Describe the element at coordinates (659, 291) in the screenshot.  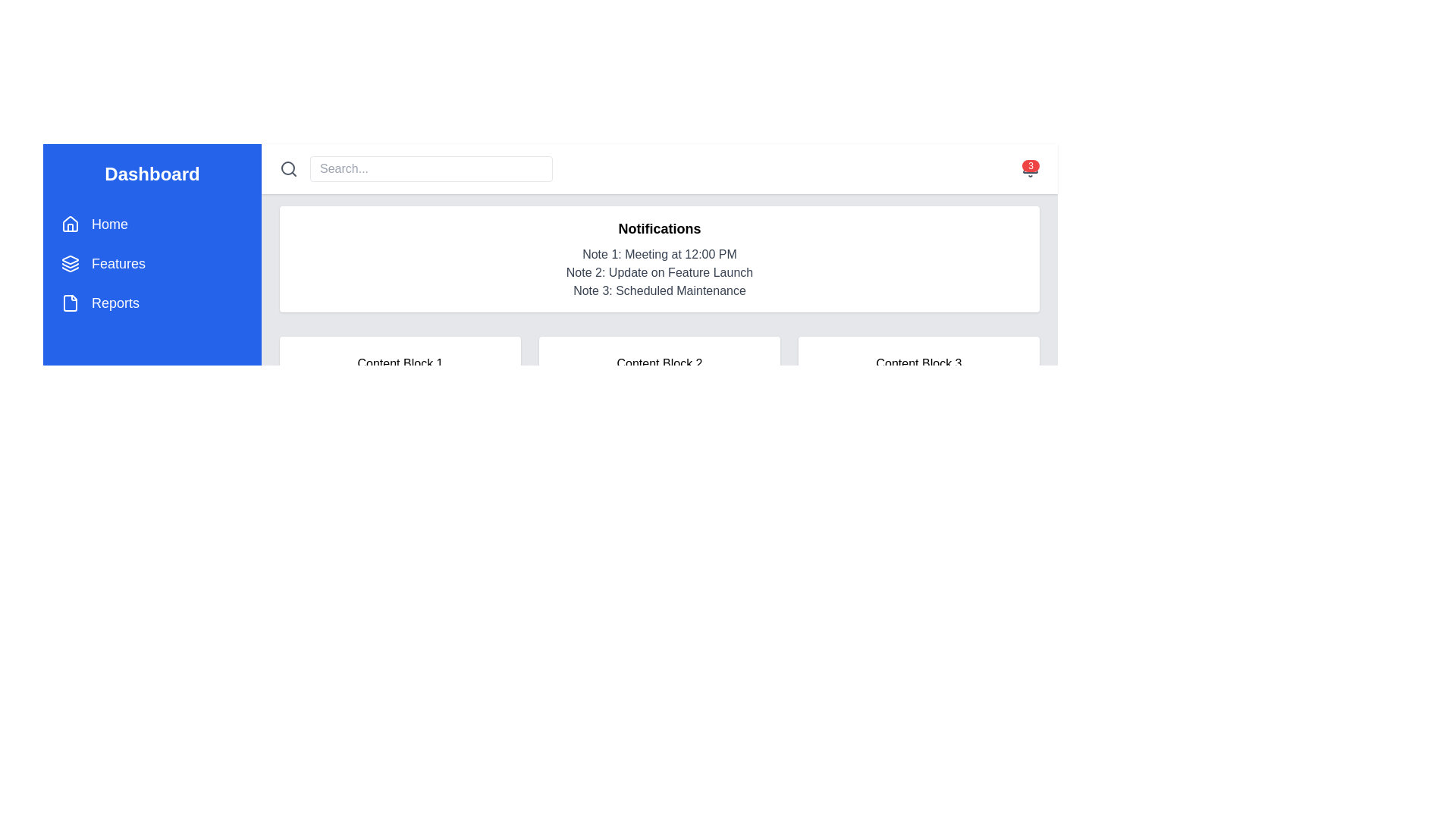
I see `the third text item in the notifications list that provides information about a scheduled maintenance update, located below 'Note 2: Update on Feature Launch'` at that location.